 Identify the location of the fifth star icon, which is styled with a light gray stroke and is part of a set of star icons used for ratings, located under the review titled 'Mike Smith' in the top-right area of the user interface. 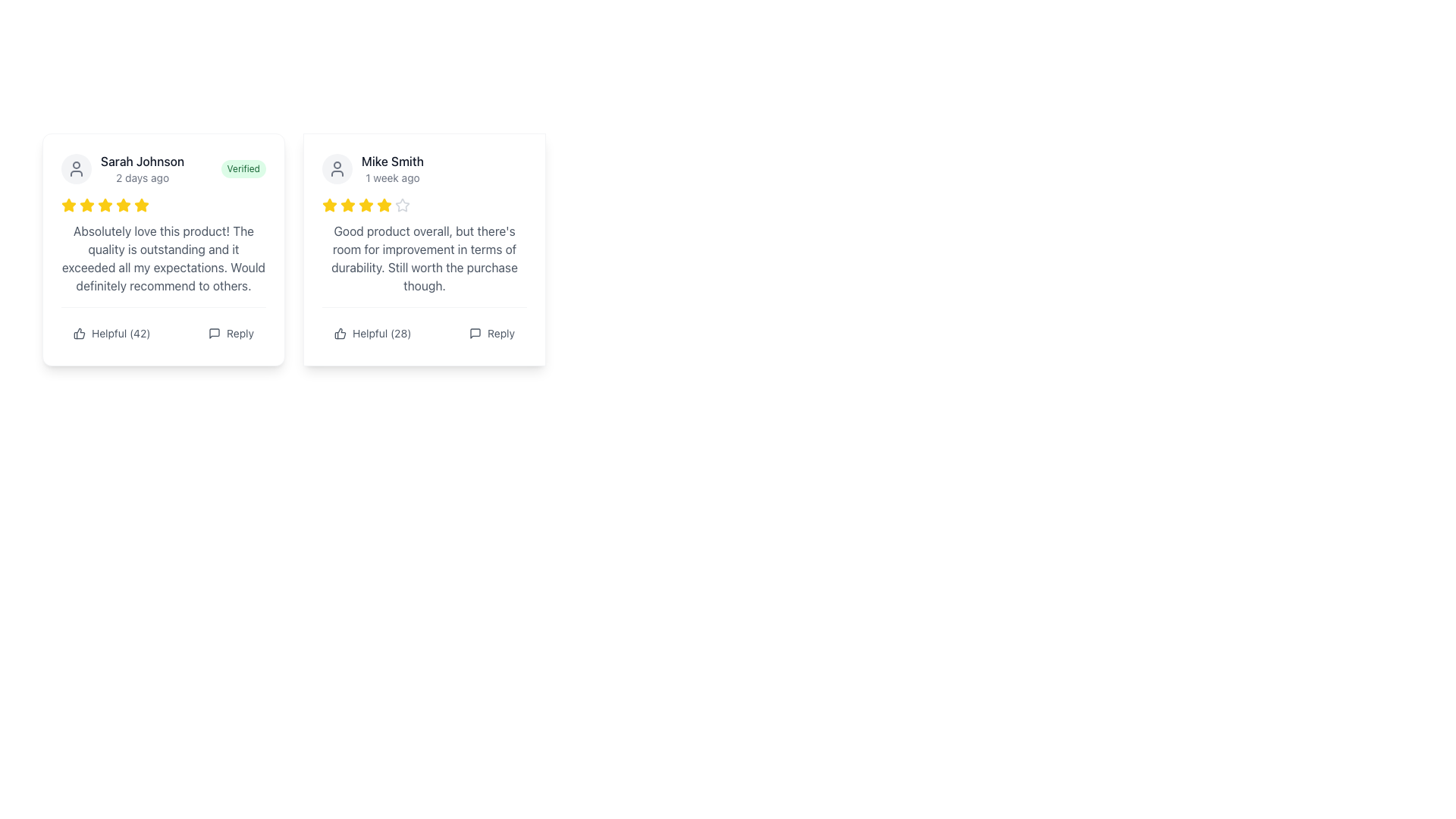
(403, 205).